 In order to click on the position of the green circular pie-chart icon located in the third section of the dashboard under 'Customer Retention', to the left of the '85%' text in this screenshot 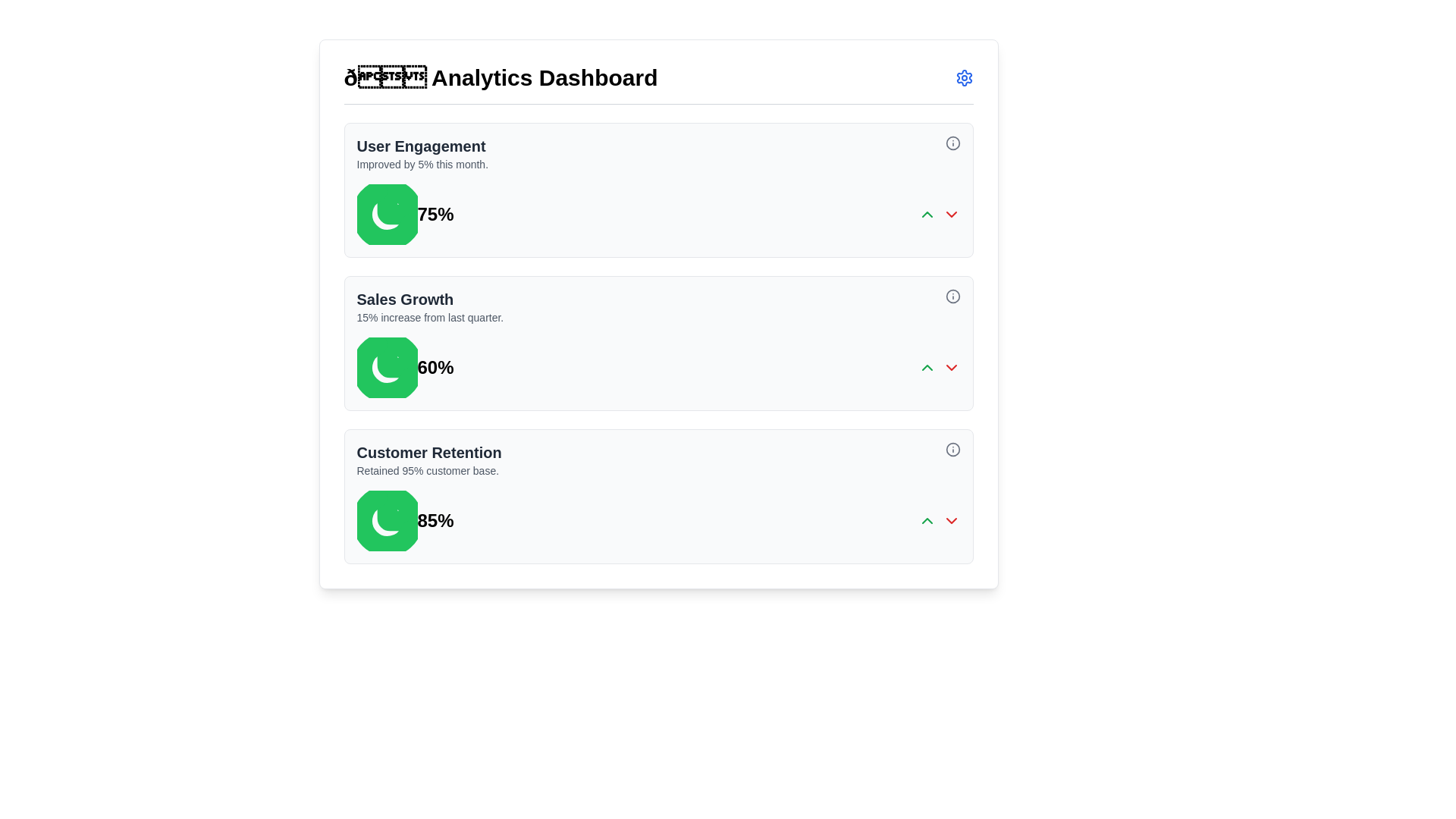, I will do `click(387, 519)`.